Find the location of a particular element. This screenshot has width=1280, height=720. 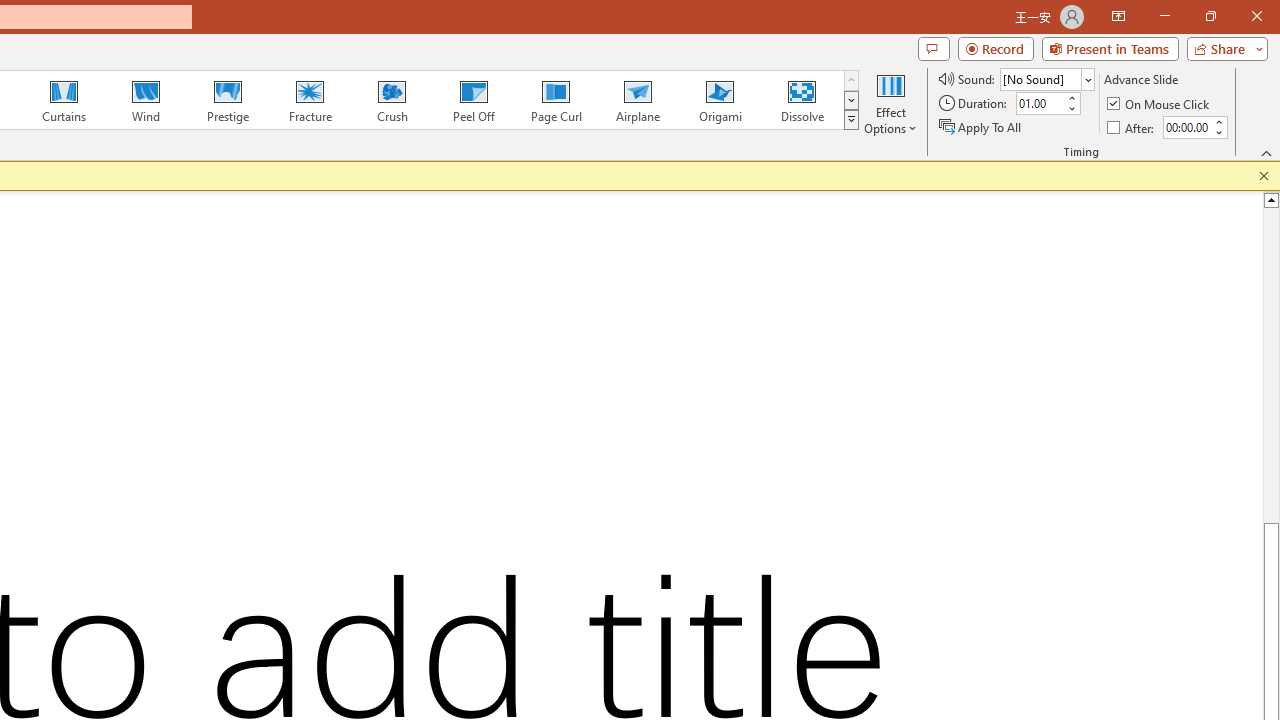

'Apply To All' is located at coordinates (981, 127).